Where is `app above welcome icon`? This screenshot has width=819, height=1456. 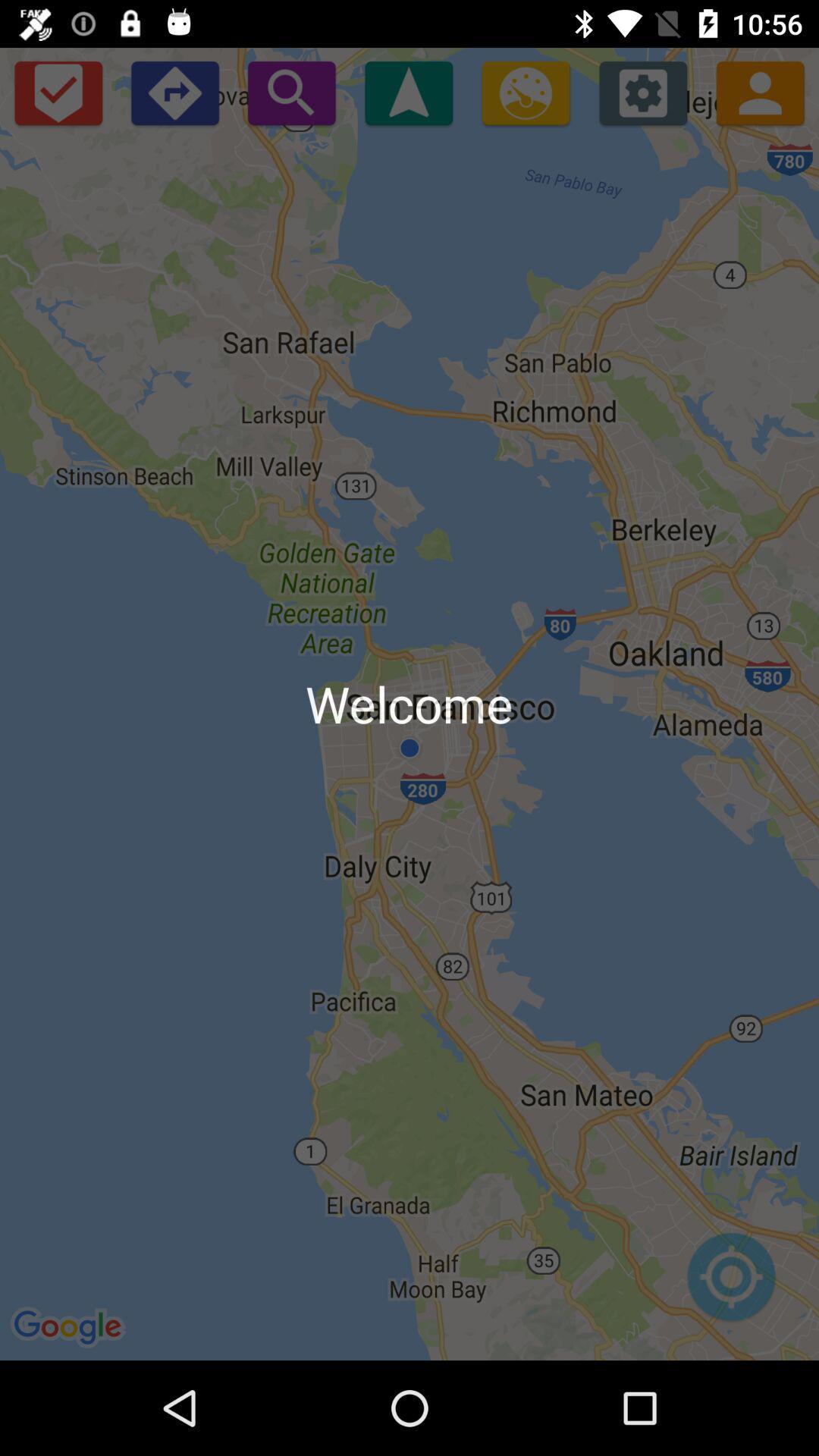
app above welcome icon is located at coordinates (408, 92).